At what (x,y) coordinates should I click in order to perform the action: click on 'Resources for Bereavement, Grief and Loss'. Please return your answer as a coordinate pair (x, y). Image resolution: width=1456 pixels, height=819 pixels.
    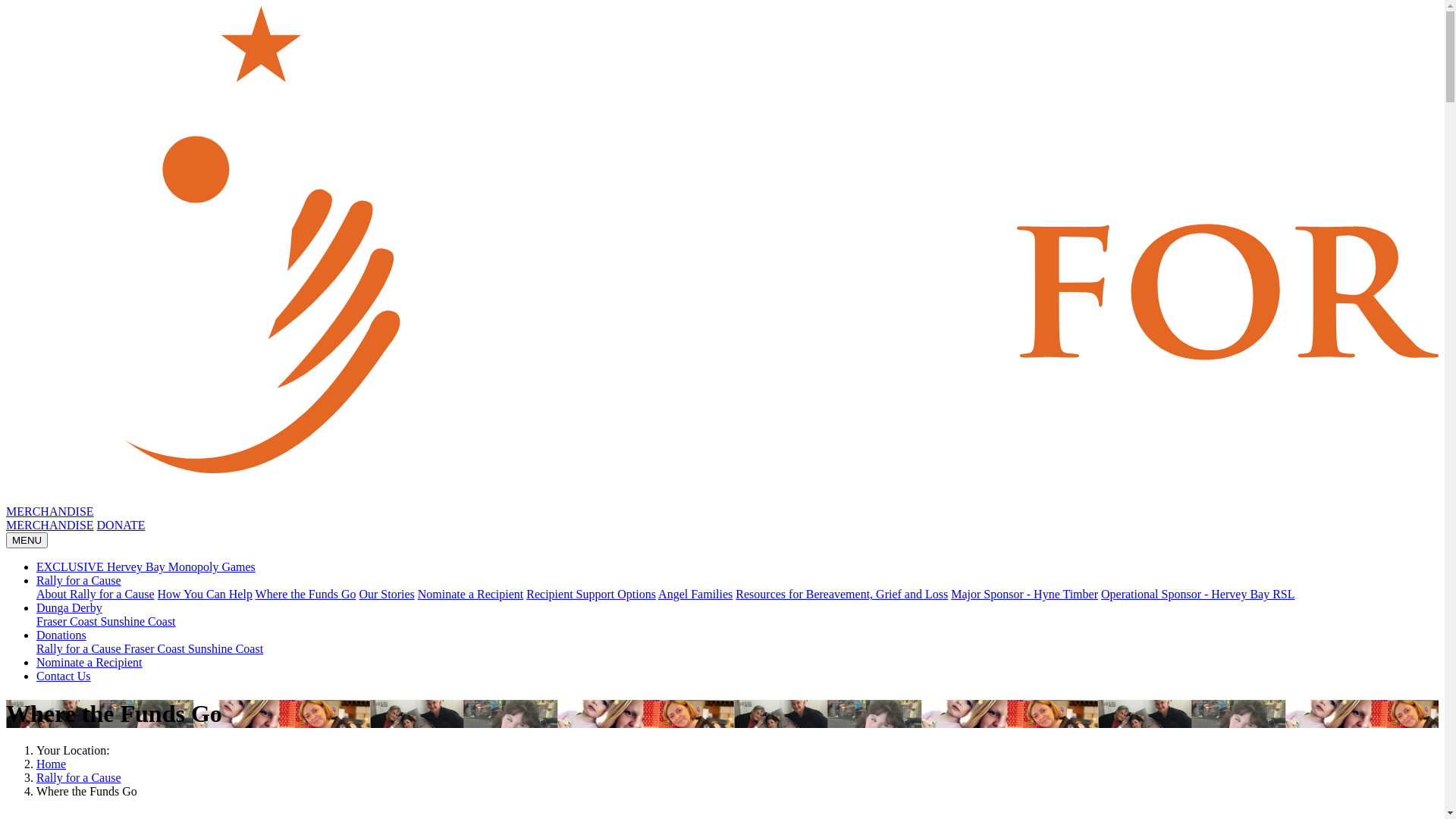
    Looking at the image, I should click on (840, 593).